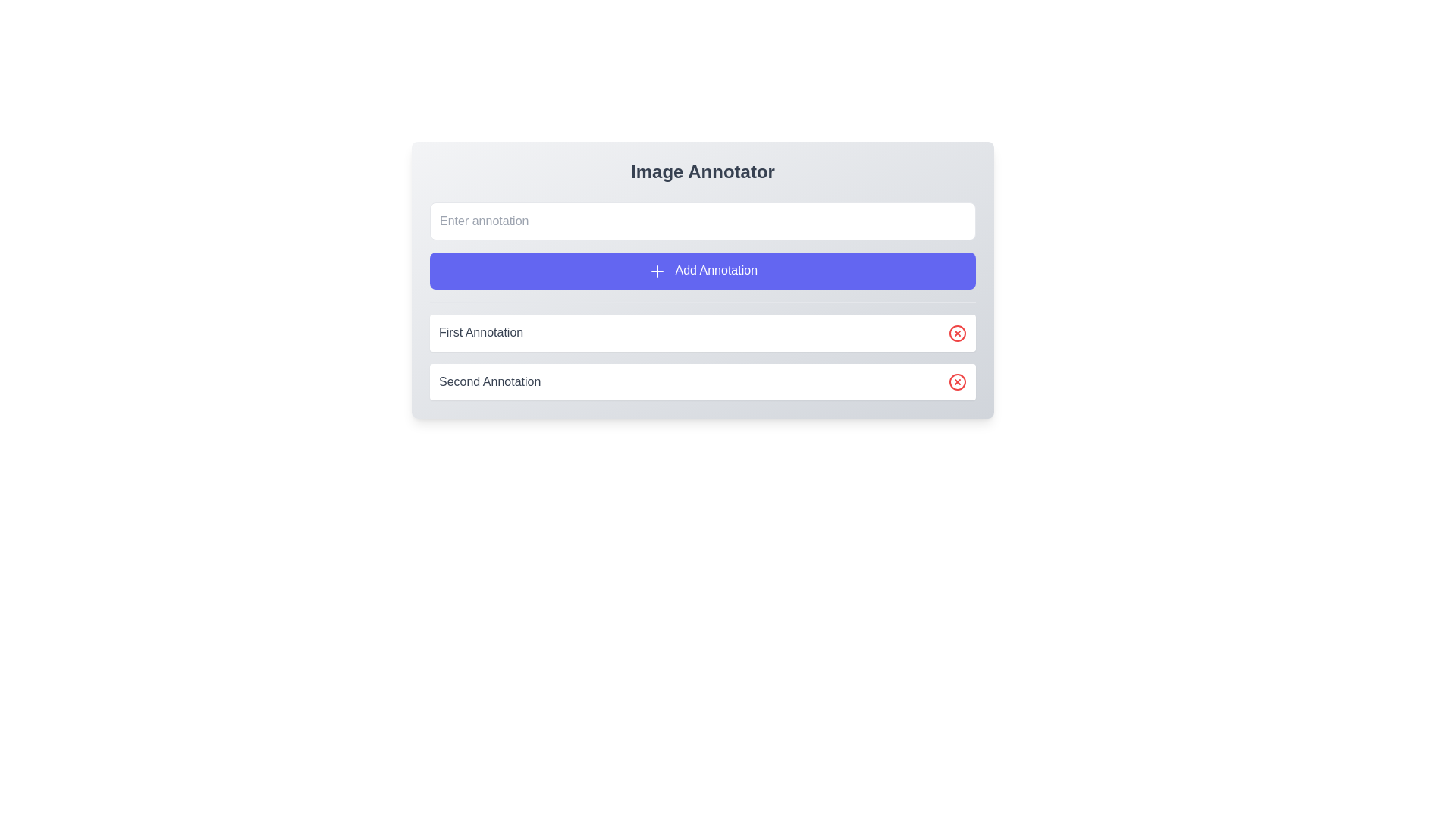 This screenshot has width=1456, height=819. Describe the element at coordinates (701, 245) in the screenshot. I see `the 'Add Annotation' button, which has a gradient indigo background and white text` at that location.